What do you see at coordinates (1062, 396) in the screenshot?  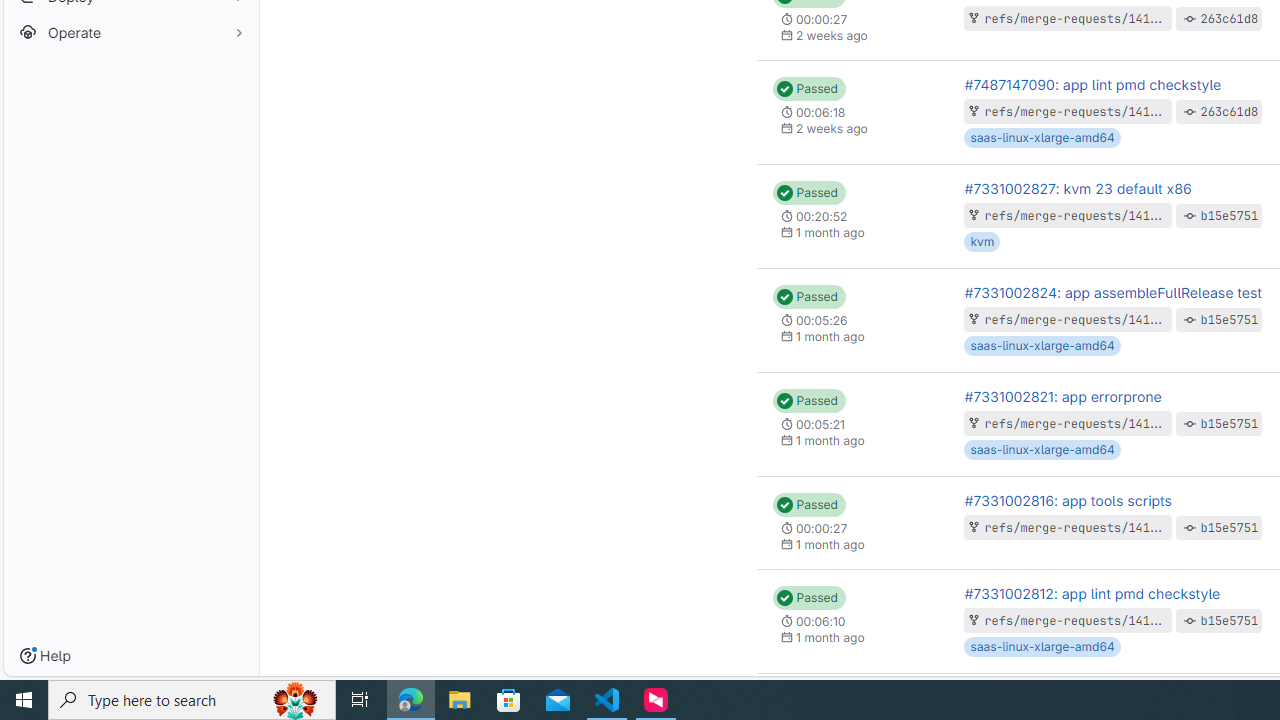 I see `'#7331002821: app errorprone'` at bounding box center [1062, 396].